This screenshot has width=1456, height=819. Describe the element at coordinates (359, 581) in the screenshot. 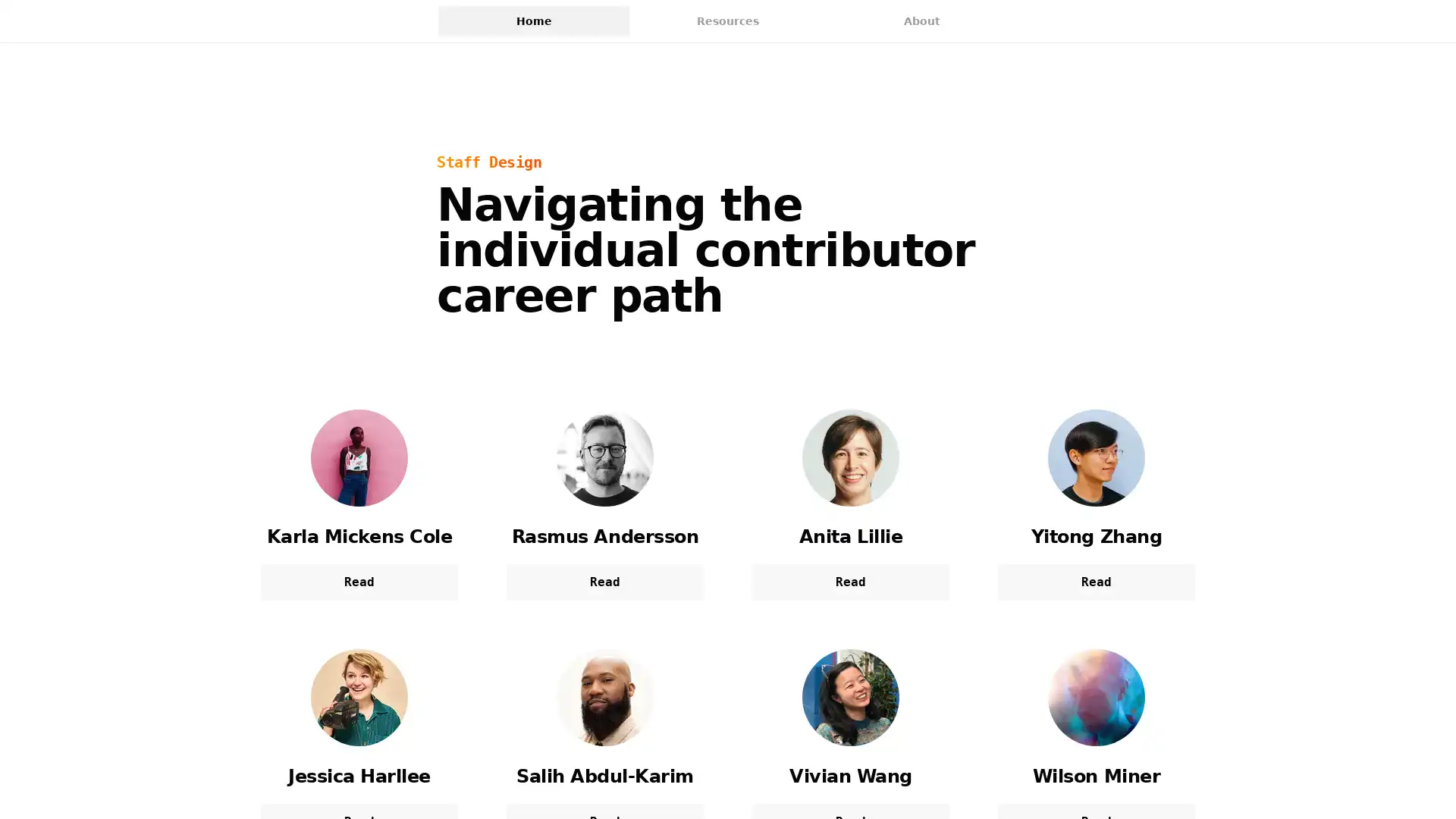

I see `Read` at that location.